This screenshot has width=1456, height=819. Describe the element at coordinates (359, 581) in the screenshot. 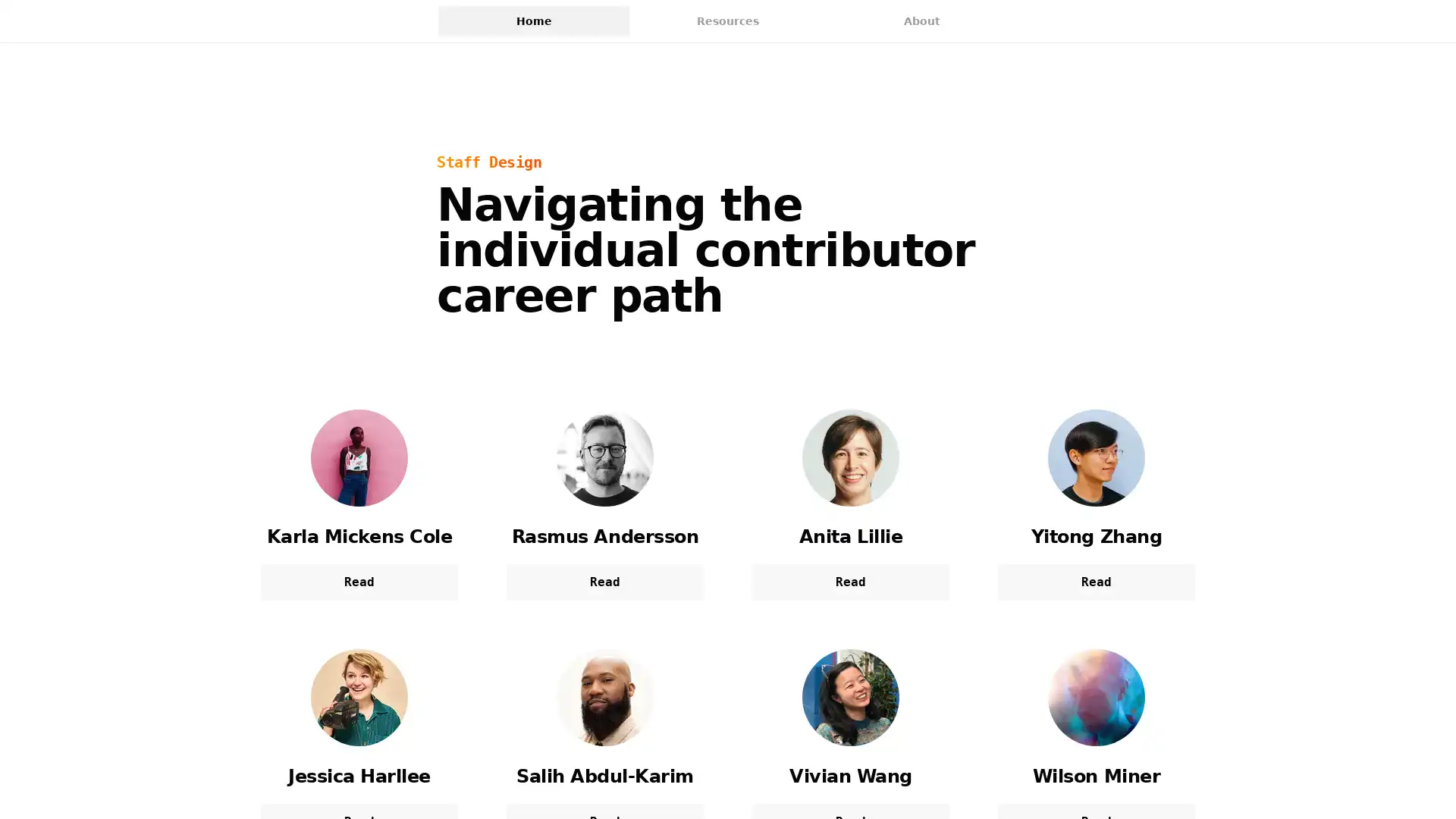

I see `Read` at that location.